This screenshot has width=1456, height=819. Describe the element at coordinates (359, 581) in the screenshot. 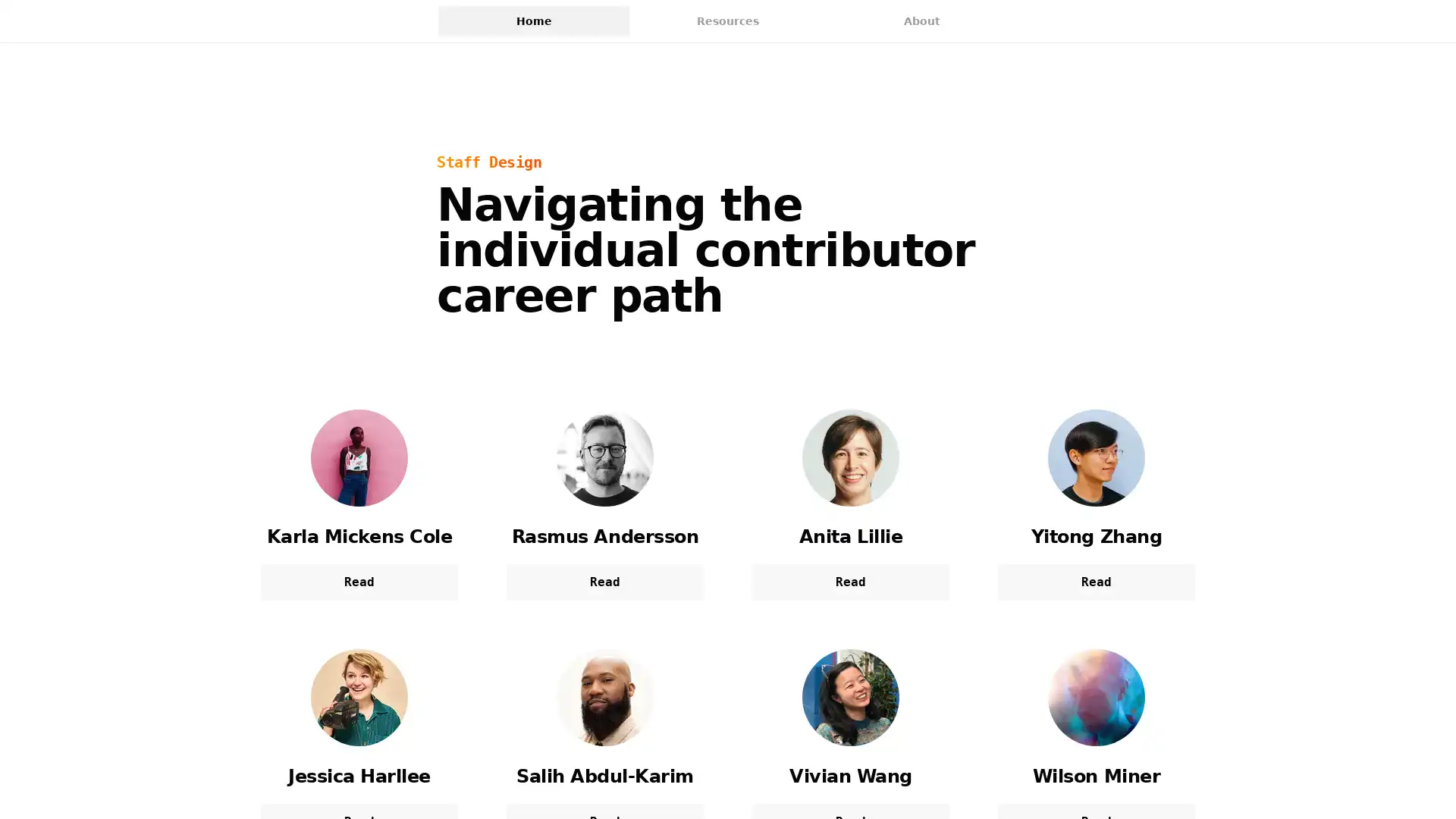

I see `Read` at that location.